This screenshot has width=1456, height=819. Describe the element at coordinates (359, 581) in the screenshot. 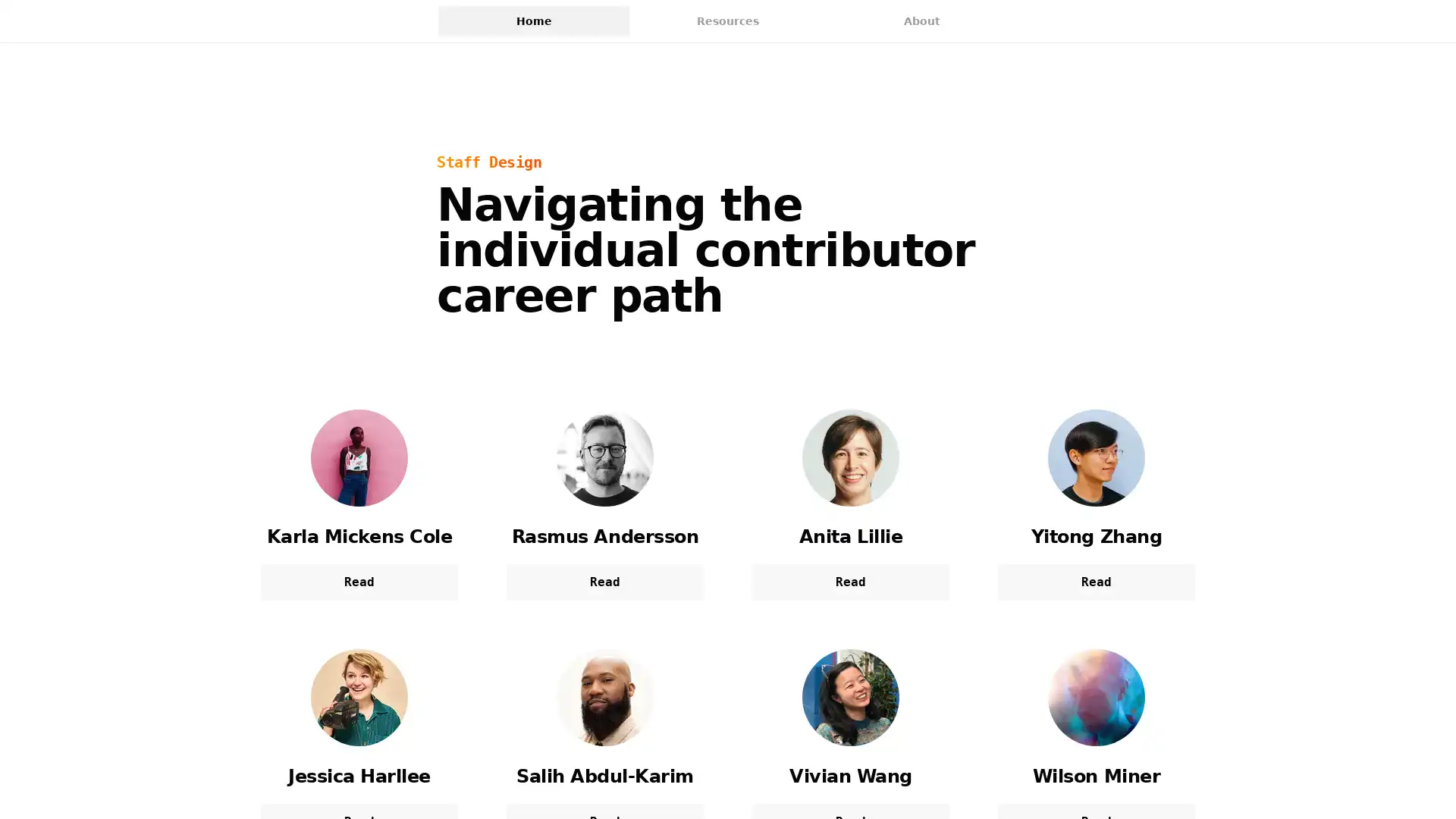

I see `Read` at that location.